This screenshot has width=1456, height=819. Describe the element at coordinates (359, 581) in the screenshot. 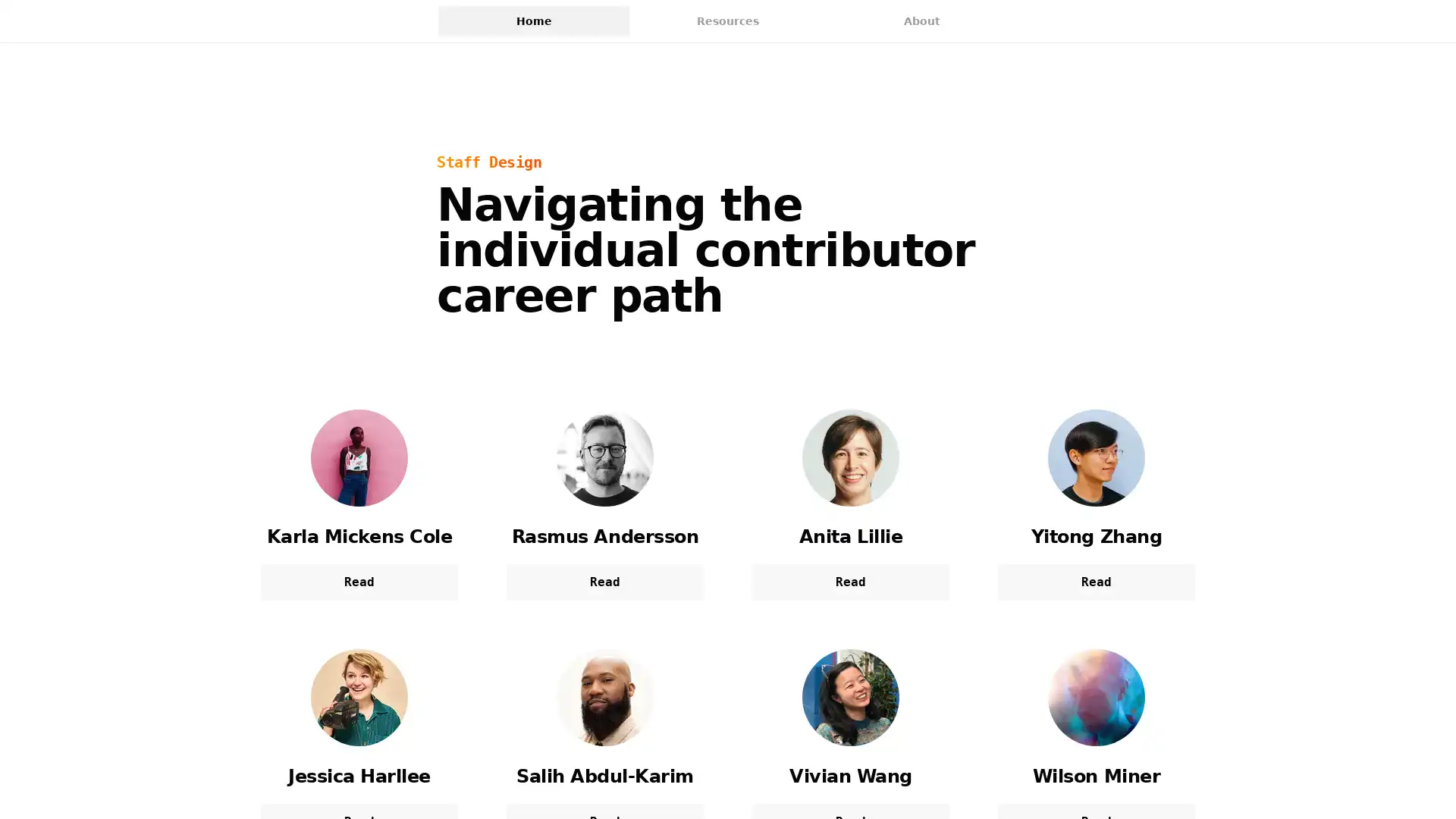

I see `Read` at that location.